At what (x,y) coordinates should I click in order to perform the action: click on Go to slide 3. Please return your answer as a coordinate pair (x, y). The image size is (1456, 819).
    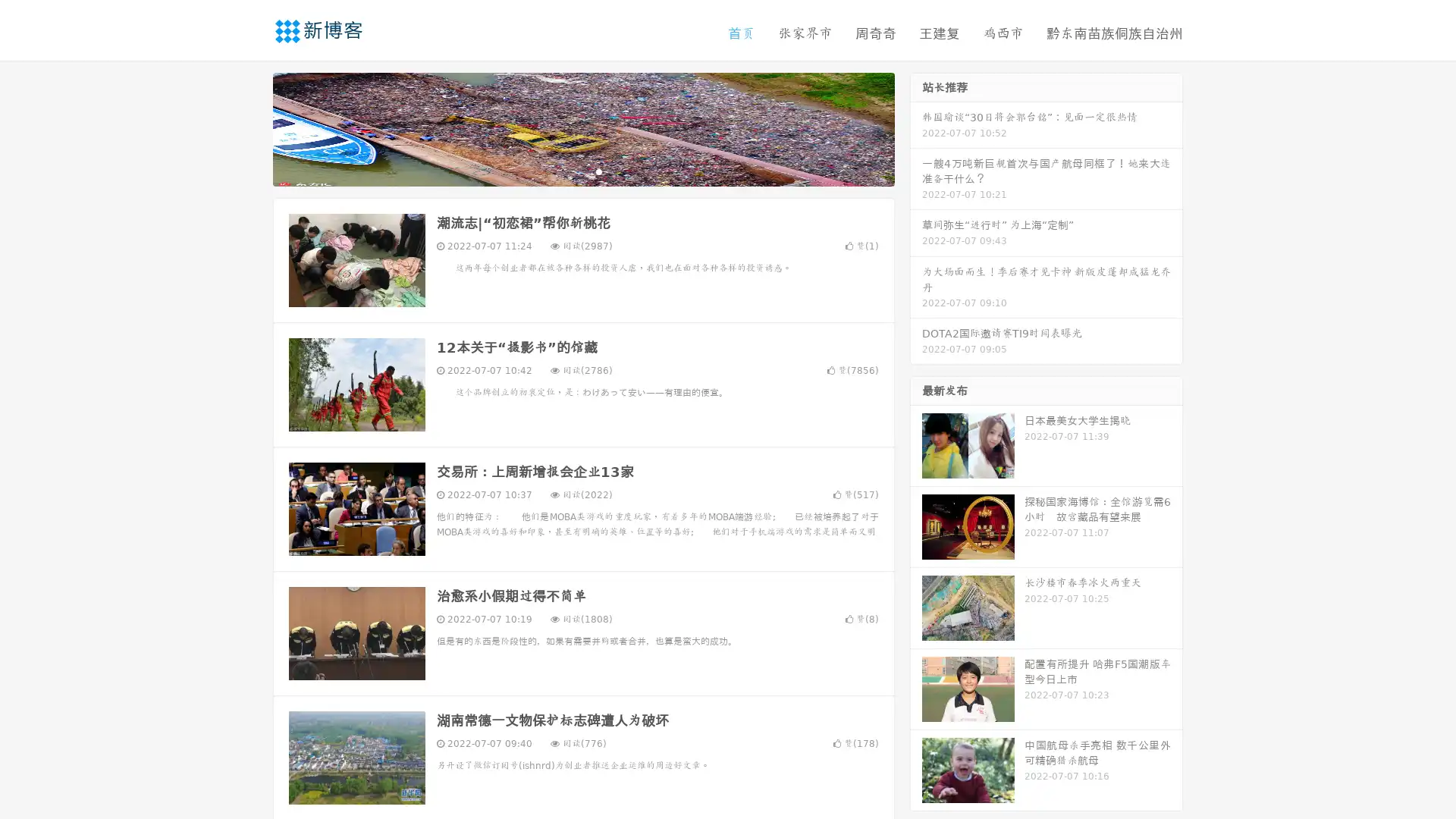
    Looking at the image, I should click on (598, 171).